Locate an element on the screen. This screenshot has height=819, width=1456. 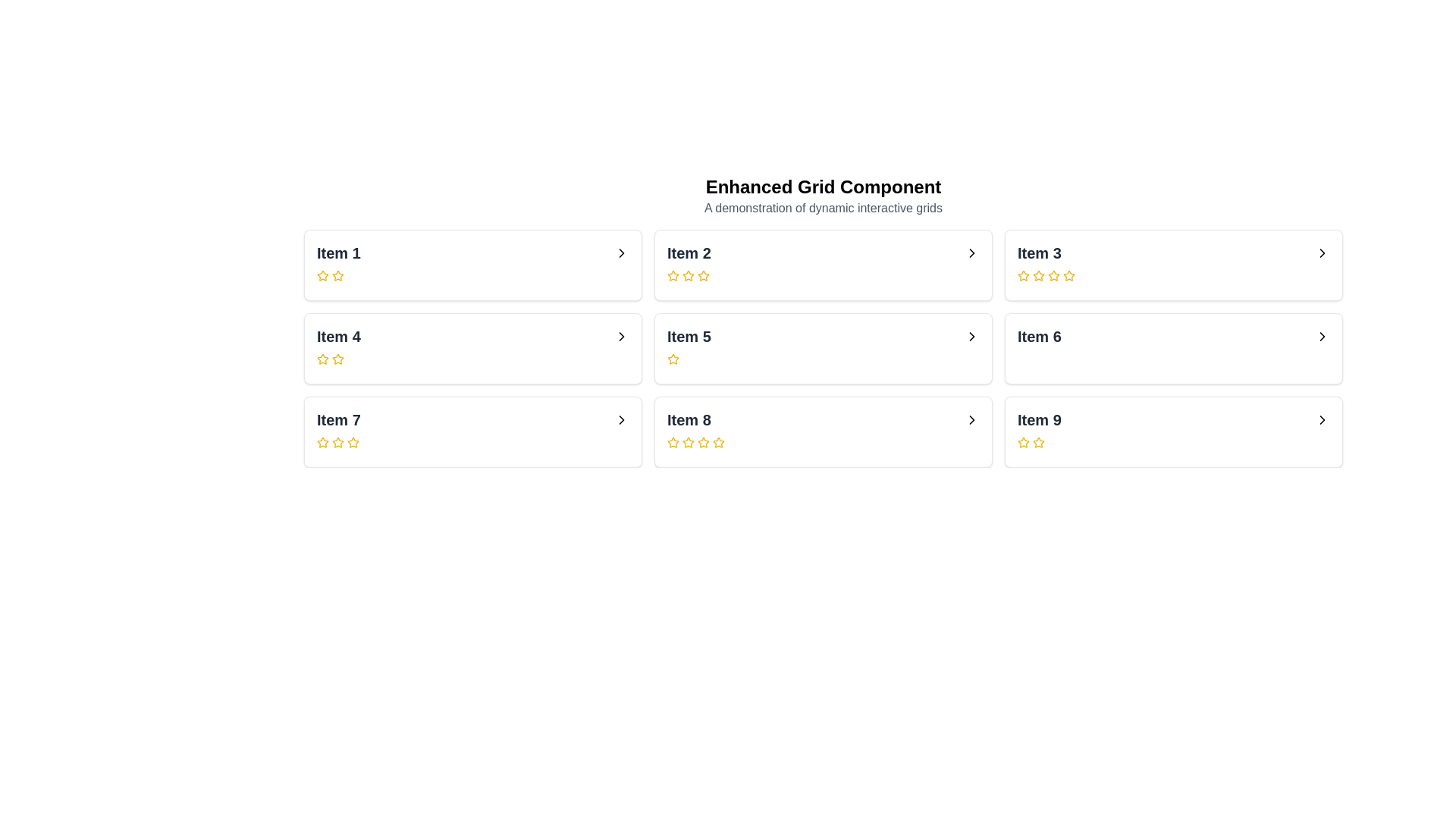
the rightward-pointing chevron icon within the grid layout for 'Item 9' is located at coordinates (1321, 420).